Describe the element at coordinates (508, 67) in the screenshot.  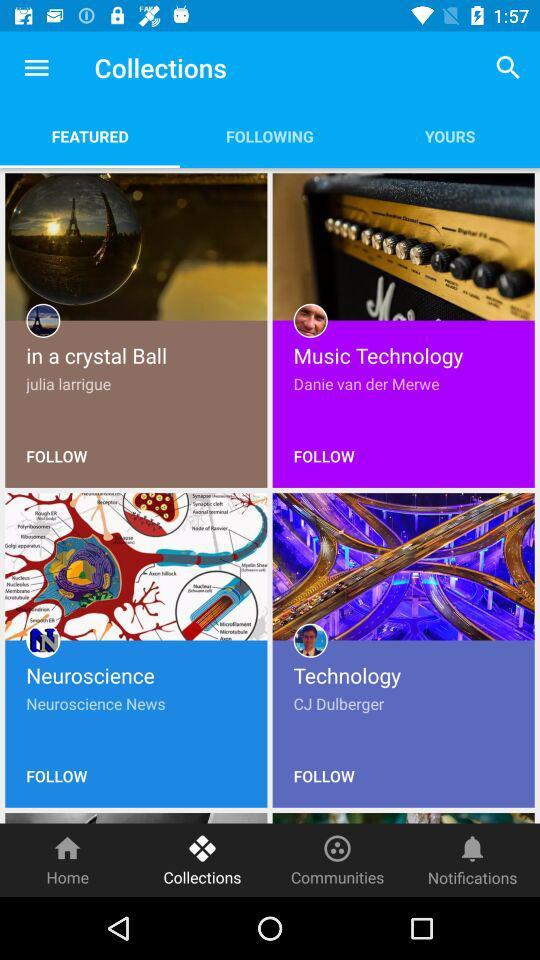
I see `the item to the right of the following item` at that location.